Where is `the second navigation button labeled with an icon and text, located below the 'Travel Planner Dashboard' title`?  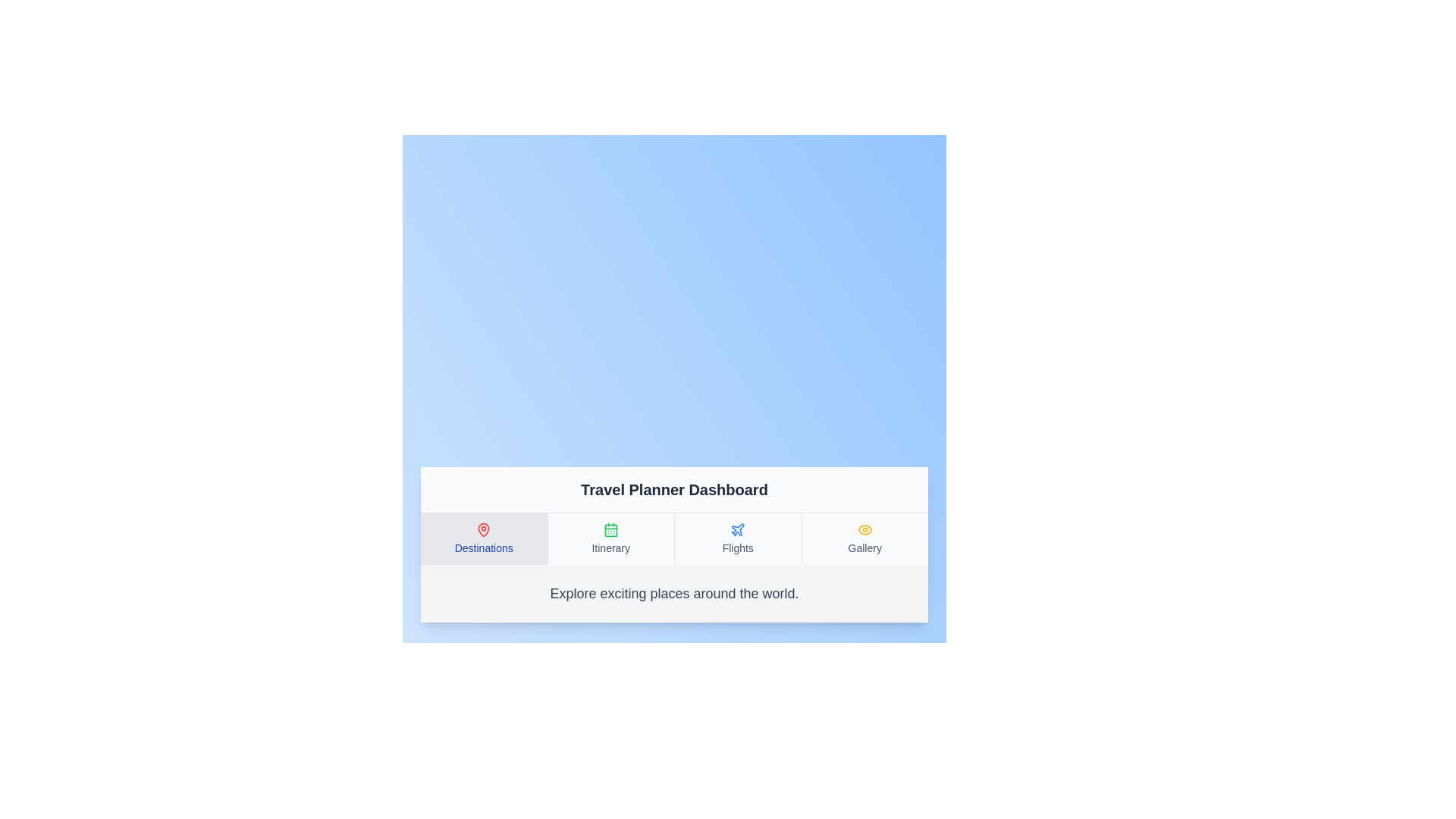 the second navigation button labeled with an icon and text, located below the 'Travel Planner Dashboard' title is located at coordinates (610, 538).